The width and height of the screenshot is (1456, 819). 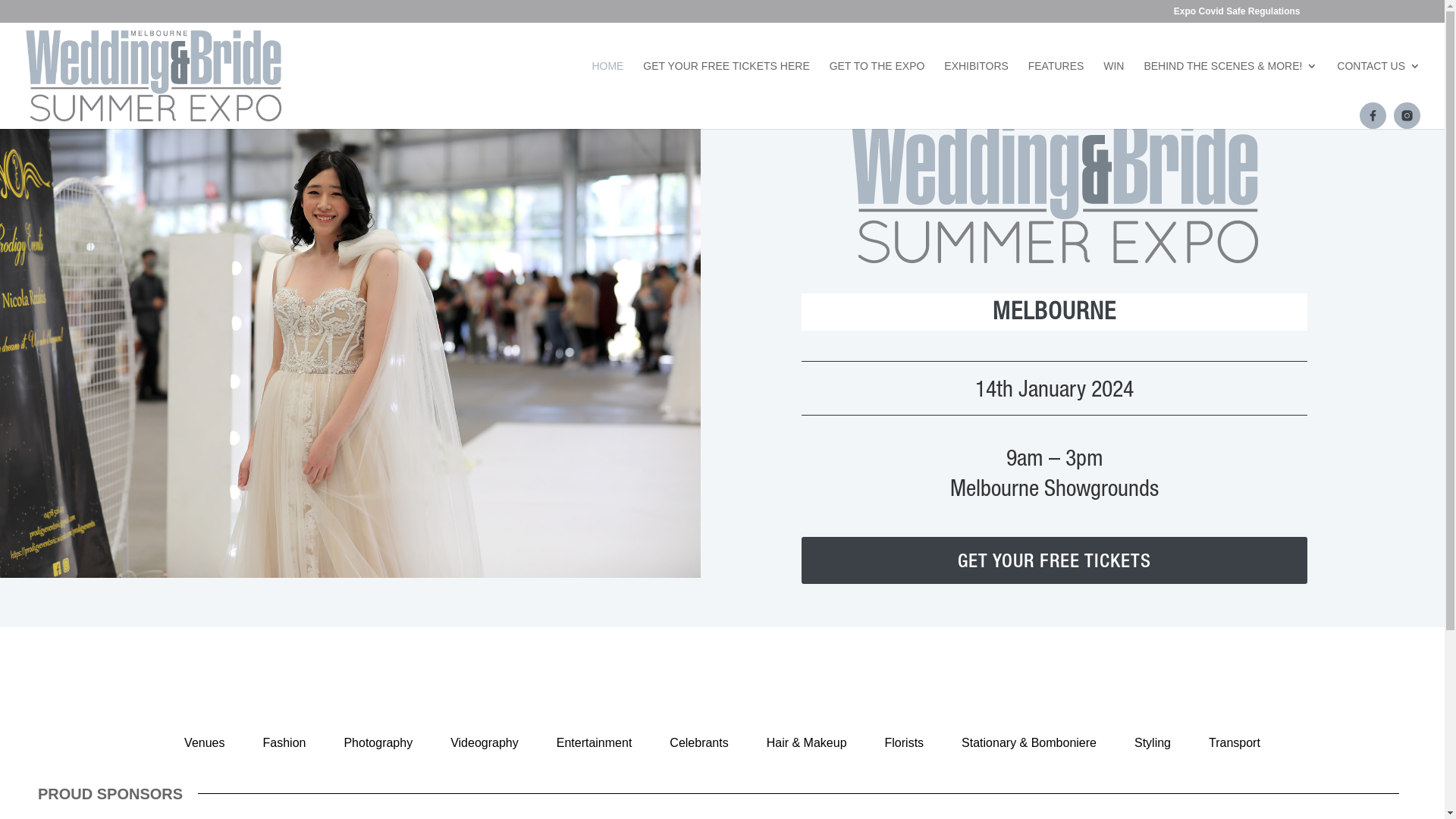 What do you see at coordinates (1113, 84) in the screenshot?
I see `'WIN'` at bounding box center [1113, 84].